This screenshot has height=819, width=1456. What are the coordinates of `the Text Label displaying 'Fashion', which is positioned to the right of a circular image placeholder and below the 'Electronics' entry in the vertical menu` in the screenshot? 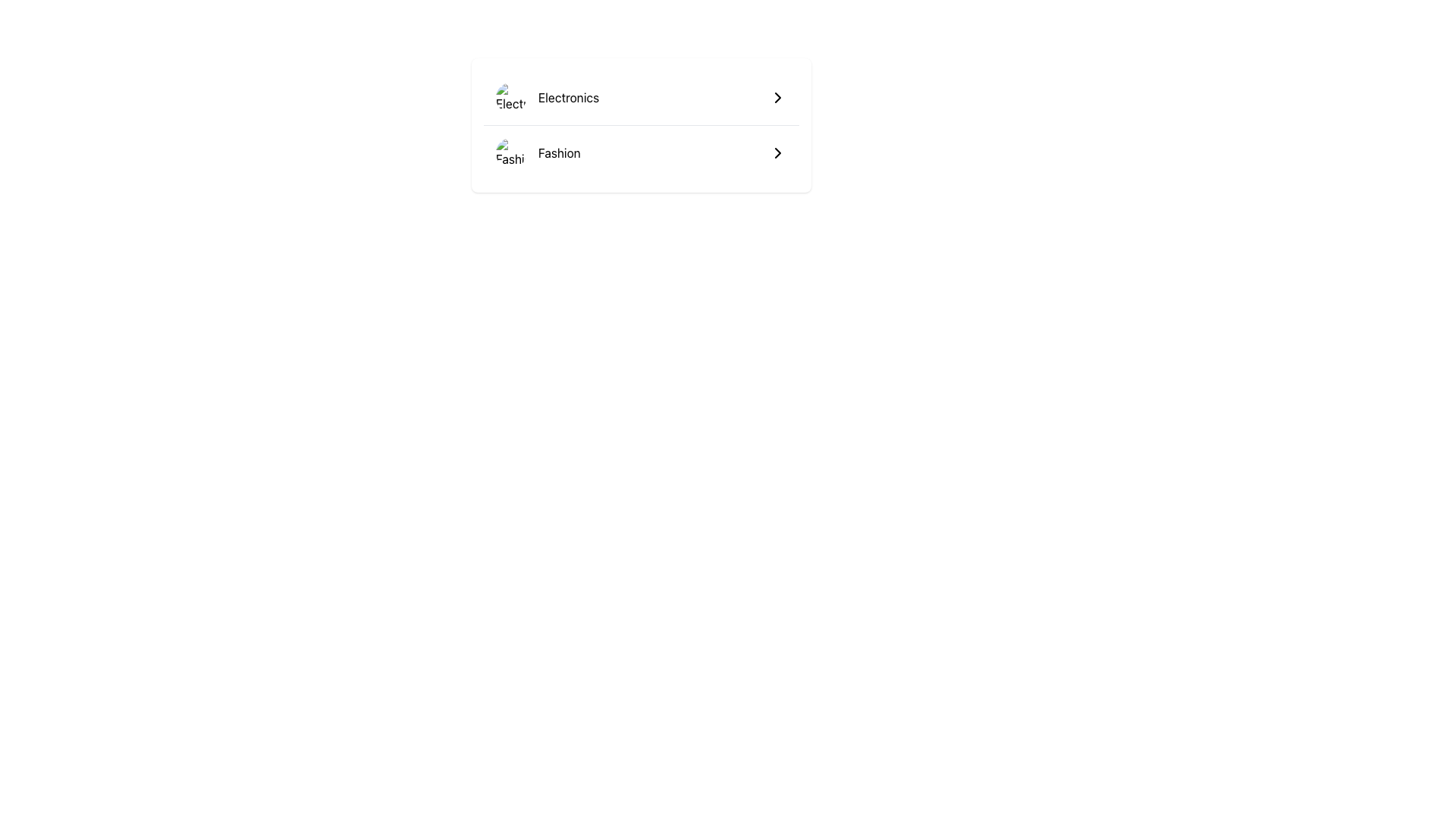 It's located at (538, 152).